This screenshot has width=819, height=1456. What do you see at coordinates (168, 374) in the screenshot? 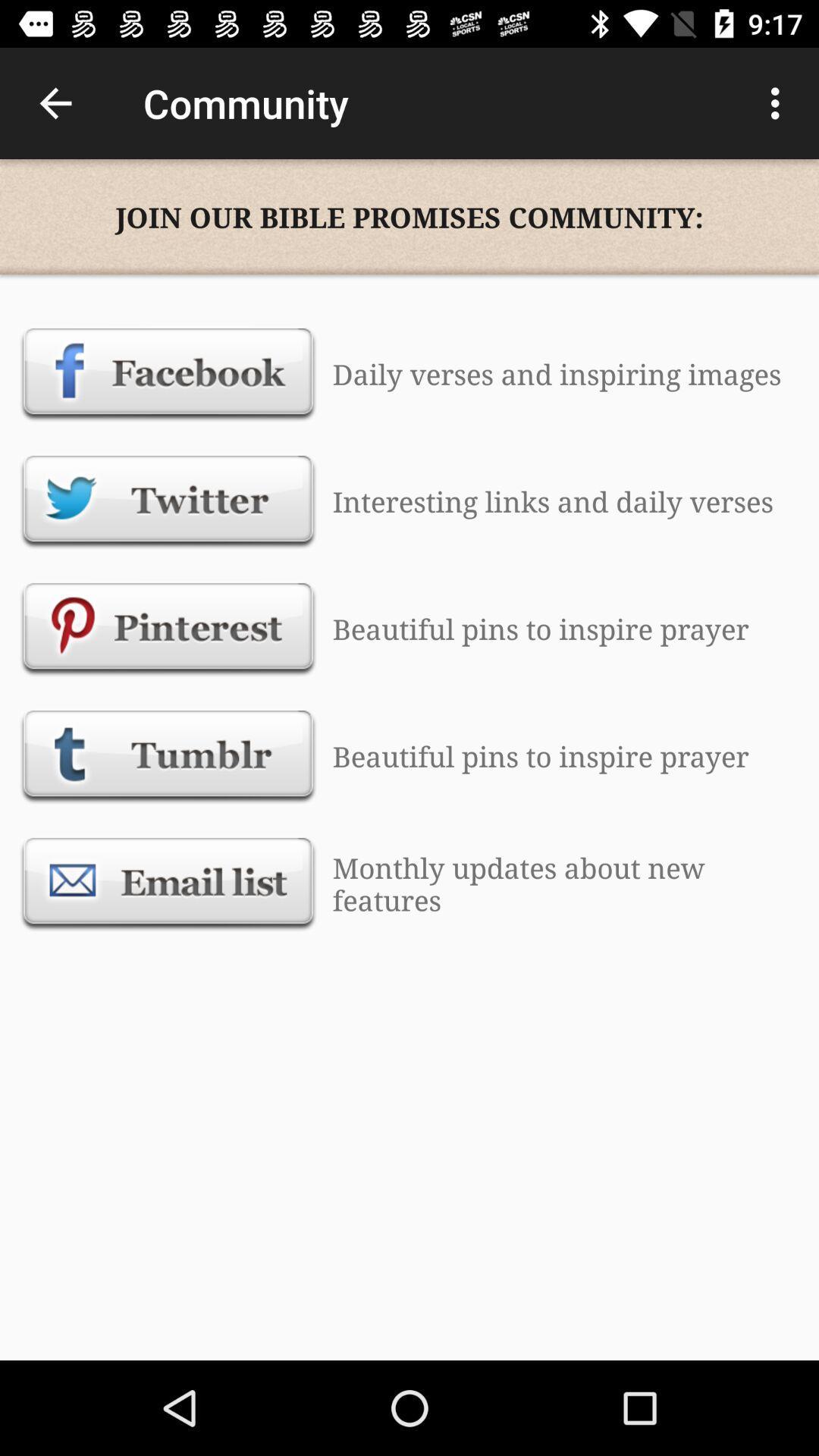
I see `the item next to the daily verses and` at bounding box center [168, 374].